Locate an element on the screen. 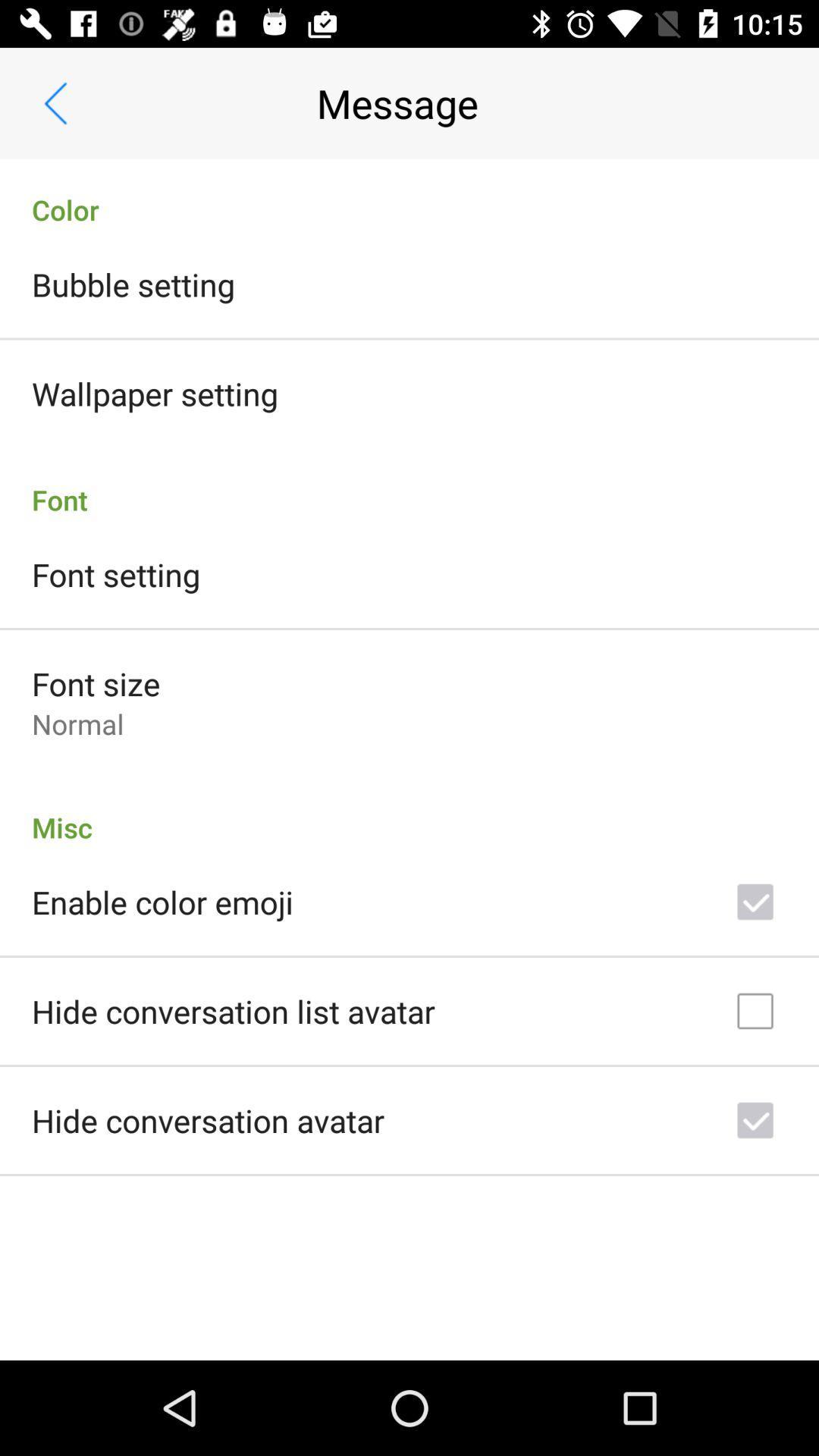 This screenshot has width=819, height=1456. item above hide conversation list icon is located at coordinates (162, 902).